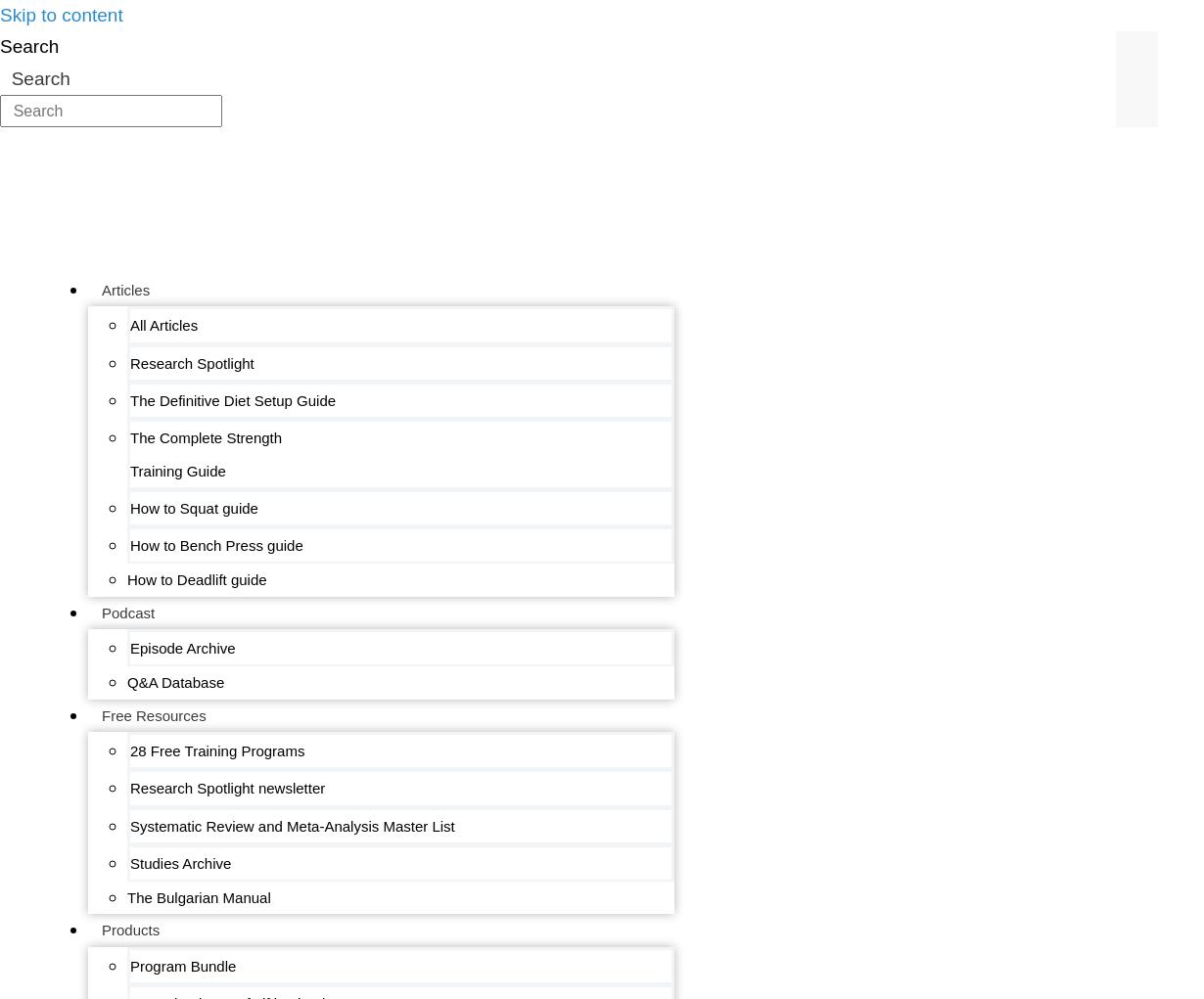 The width and height of the screenshot is (1204, 999). What do you see at coordinates (130, 929) in the screenshot?
I see `'Products'` at bounding box center [130, 929].